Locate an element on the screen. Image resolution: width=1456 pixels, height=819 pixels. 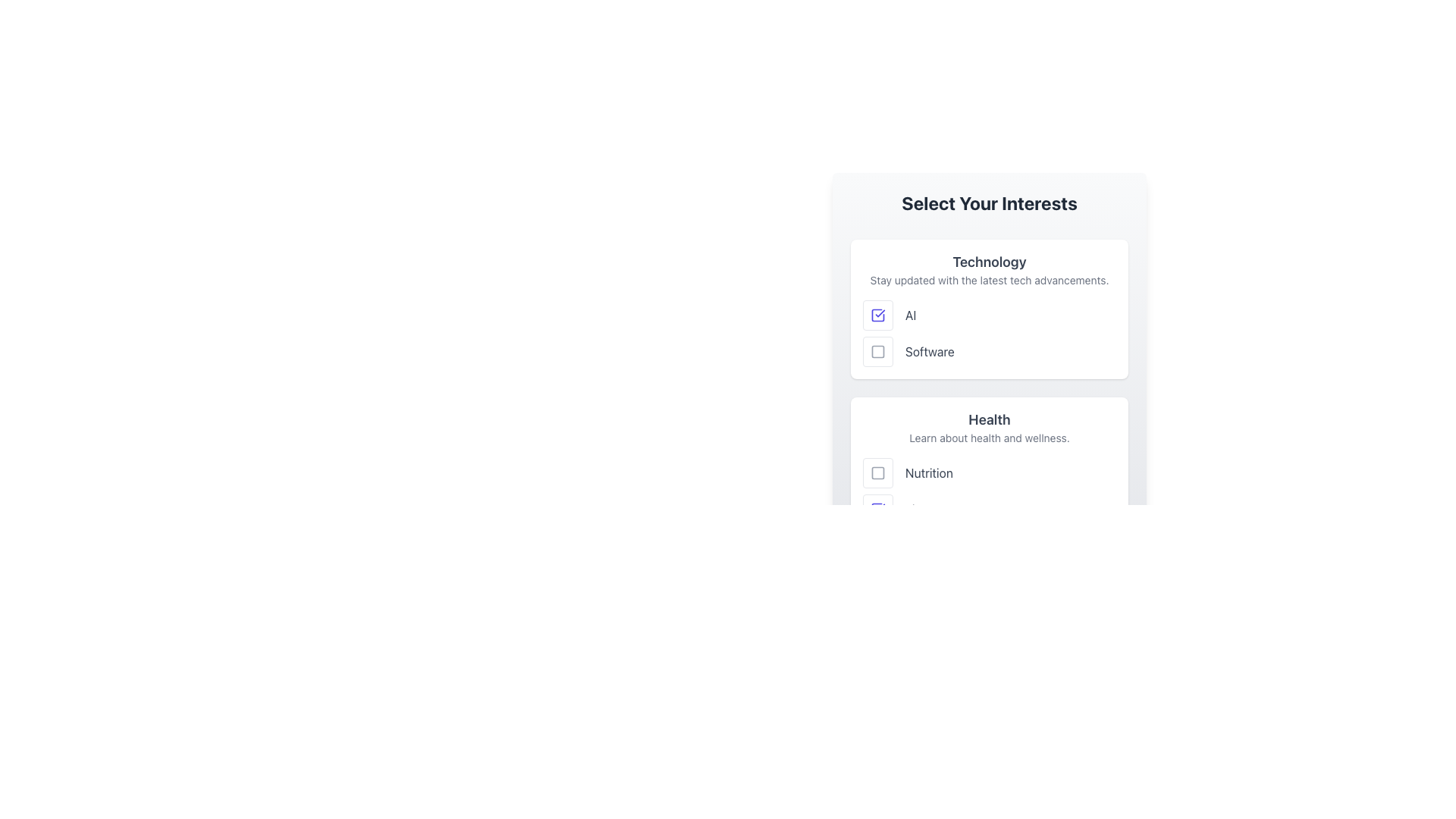
the checkbox is located at coordinates (877, 315).